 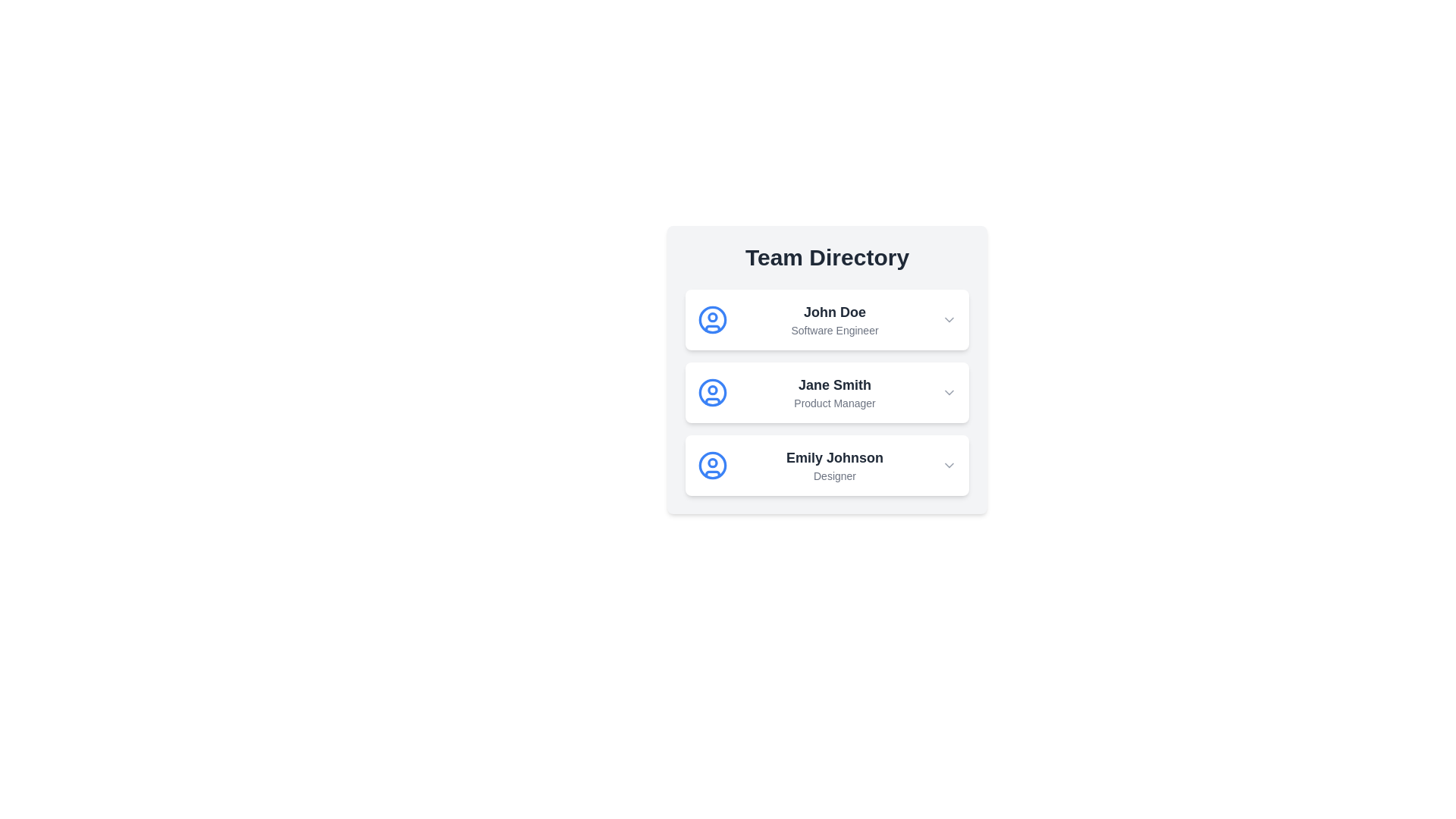 What do you see at coordinates (712, 318) in the screenshot?
I see `the user icon corresponding to John Doe` at bounding box center [712, 318].